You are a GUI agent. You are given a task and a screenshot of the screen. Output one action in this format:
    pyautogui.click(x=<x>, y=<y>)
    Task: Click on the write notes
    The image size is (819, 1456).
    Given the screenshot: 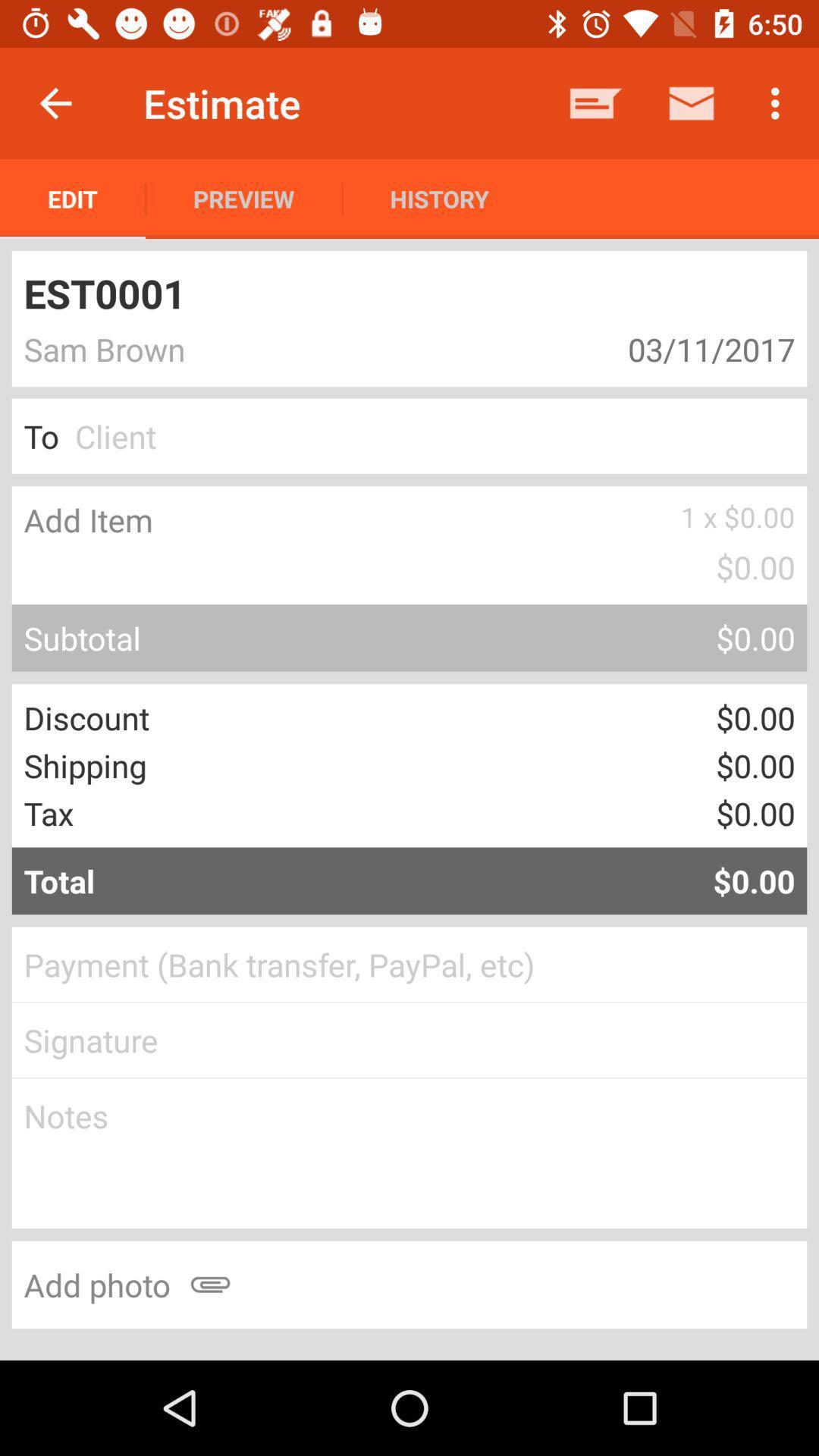 What is the action you would take?
    pyautogui.click(x=409, y=1153)
    